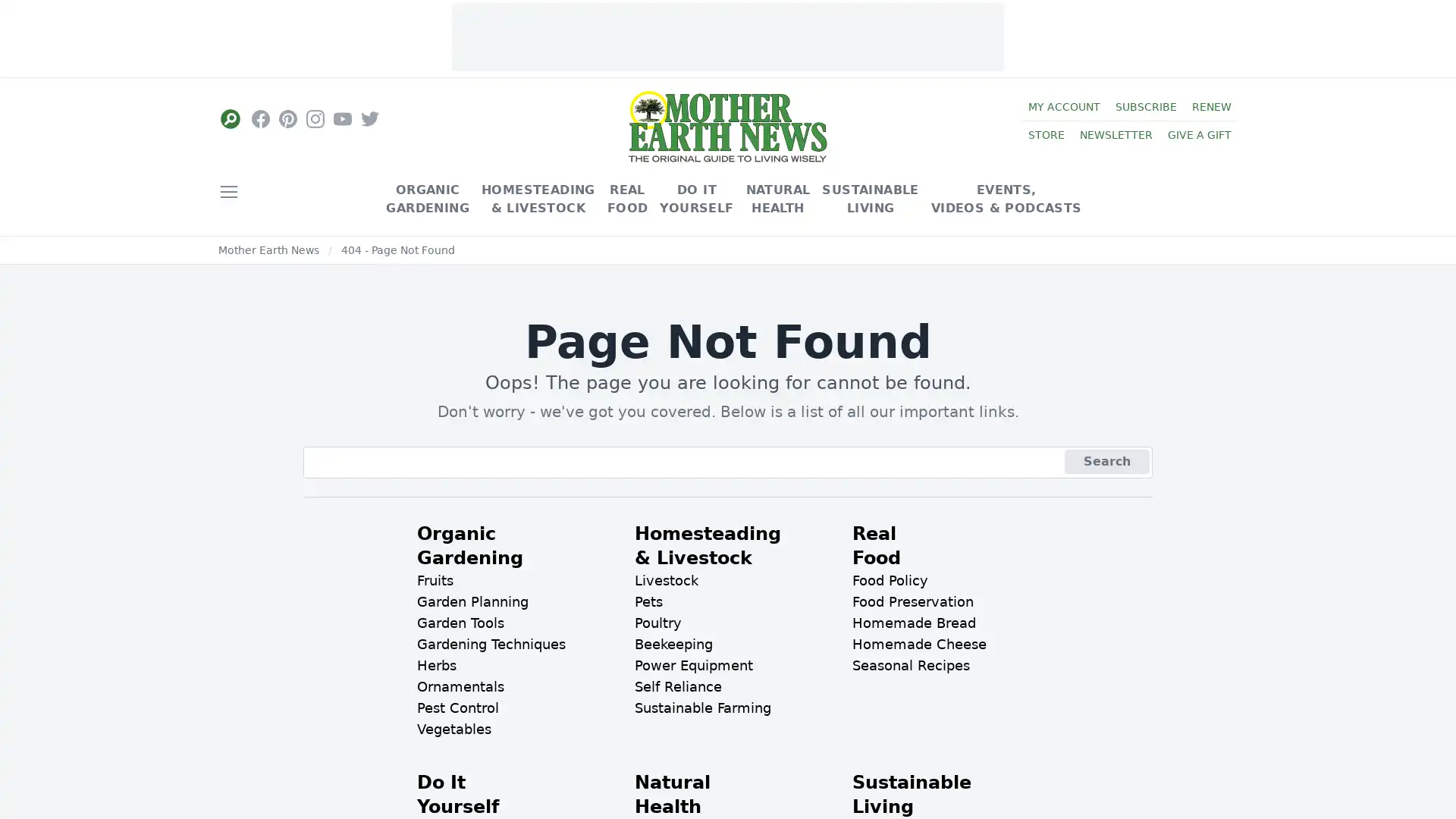 The height and width of the screenshot is (819, 1456). What do you see at coordinates (1106, 461) in the screenshot?
I see `Search` at bounding box center [1106, 461].